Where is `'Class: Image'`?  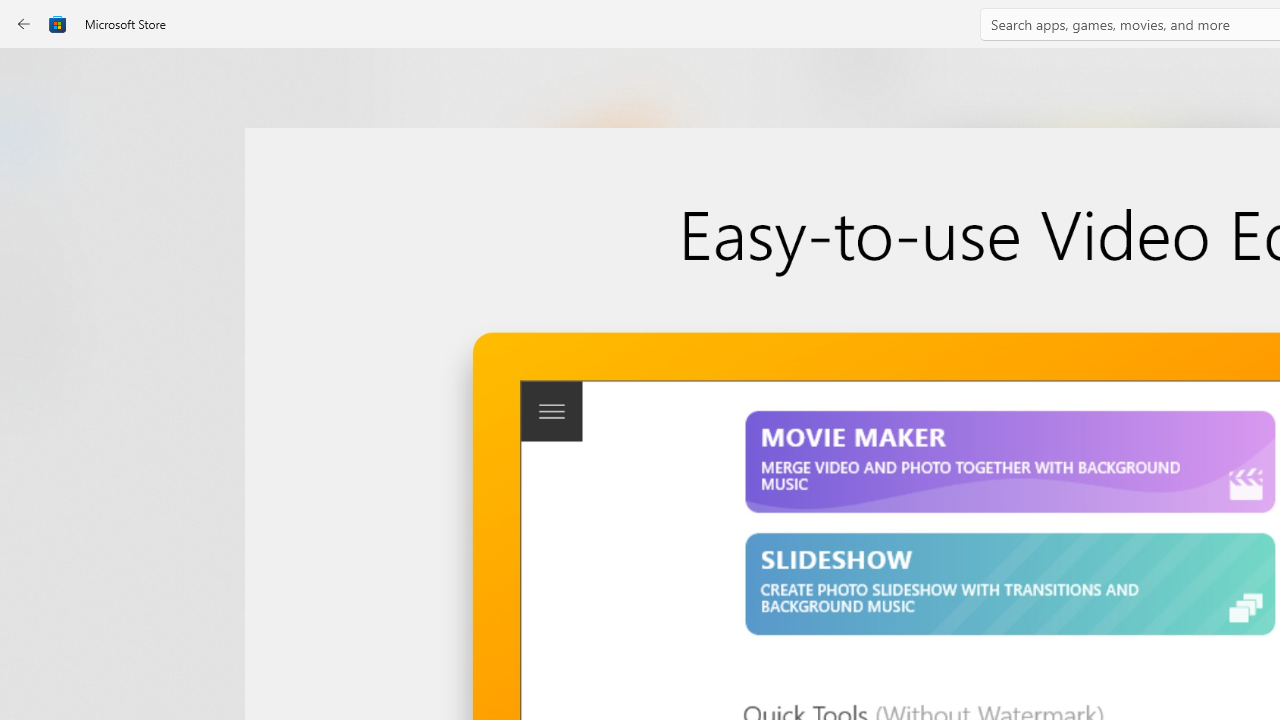
'Class: Image' is located at coordinates (58, 24).